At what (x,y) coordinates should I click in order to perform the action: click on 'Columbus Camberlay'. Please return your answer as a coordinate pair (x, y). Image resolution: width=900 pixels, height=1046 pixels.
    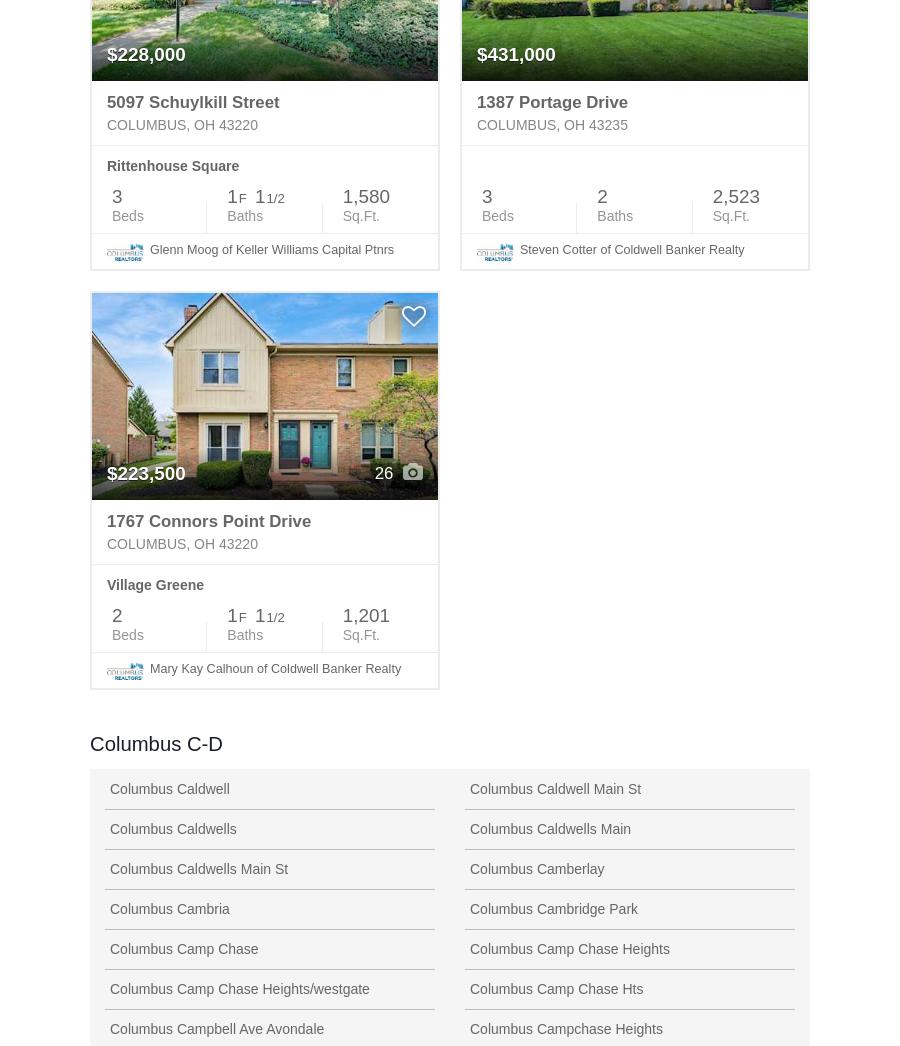
    Looking at the image, I should click on (536, 866).